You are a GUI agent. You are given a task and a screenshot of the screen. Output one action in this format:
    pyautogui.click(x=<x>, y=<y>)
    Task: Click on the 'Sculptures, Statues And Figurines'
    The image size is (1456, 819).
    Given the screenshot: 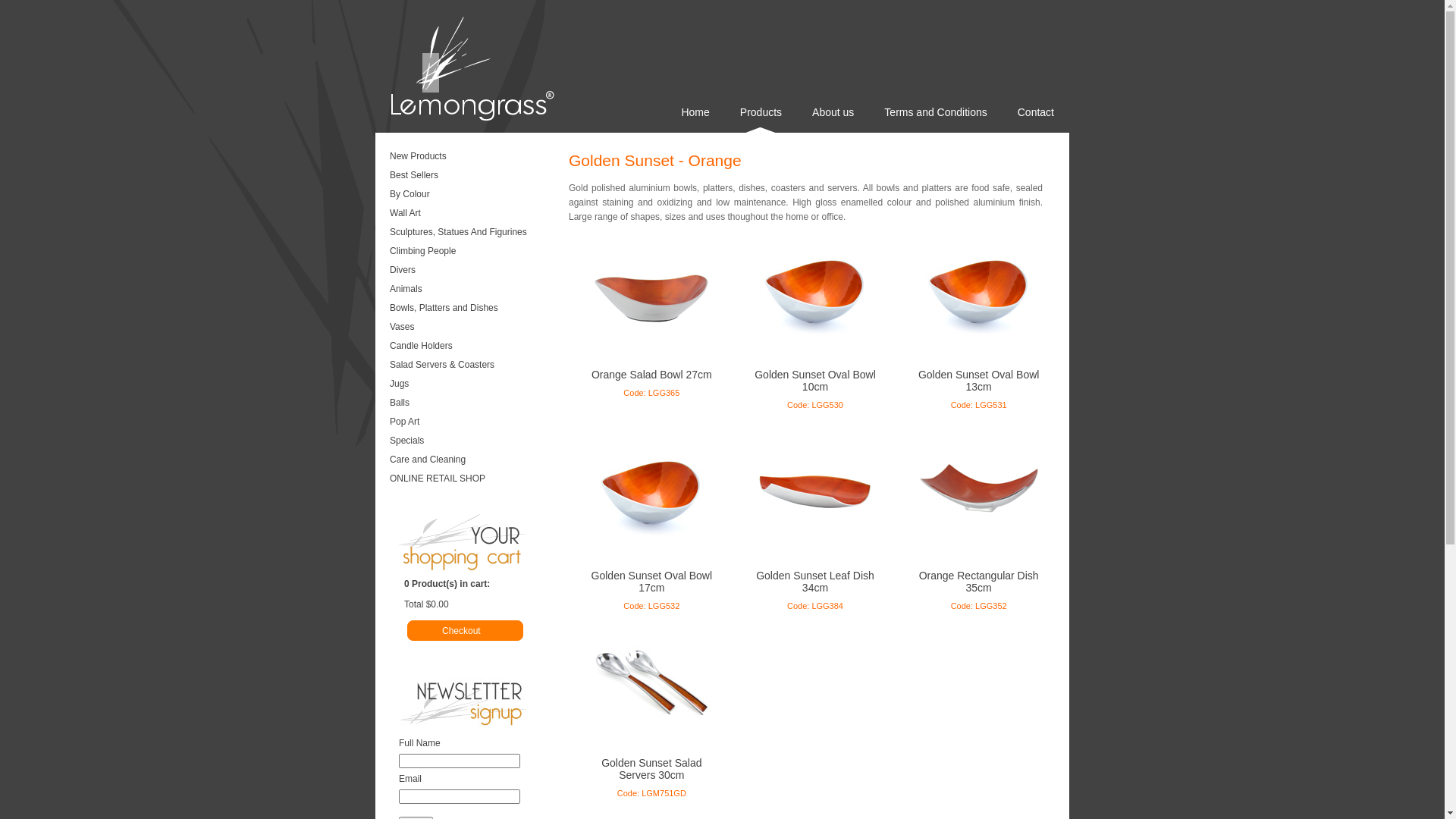 What is the action you would take?
    pyautogui.click(x=469, y=234)
    